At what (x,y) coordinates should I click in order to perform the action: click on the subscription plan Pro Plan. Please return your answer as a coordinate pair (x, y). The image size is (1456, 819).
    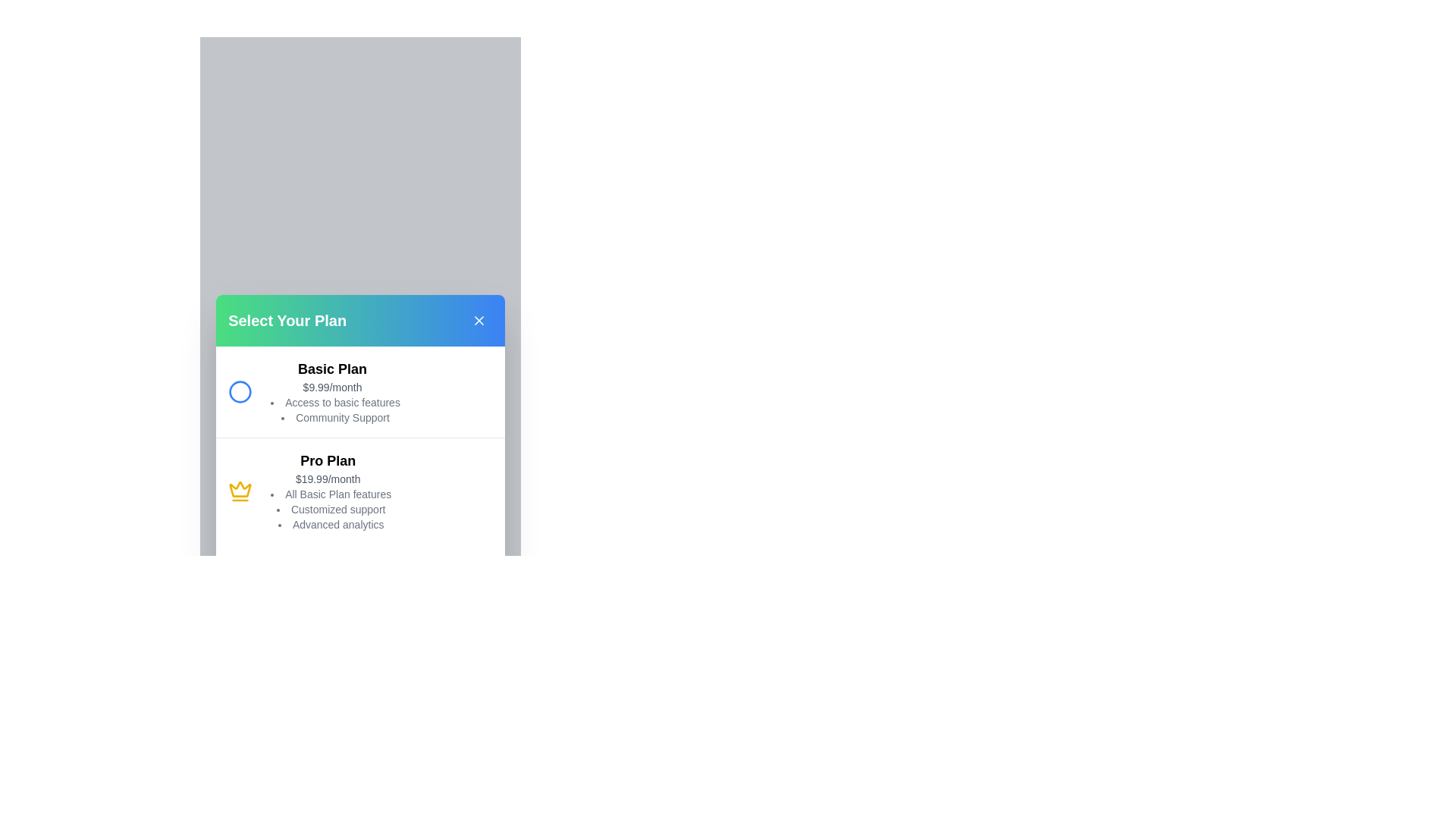
    Looking at the image, I should click on (240, 491).